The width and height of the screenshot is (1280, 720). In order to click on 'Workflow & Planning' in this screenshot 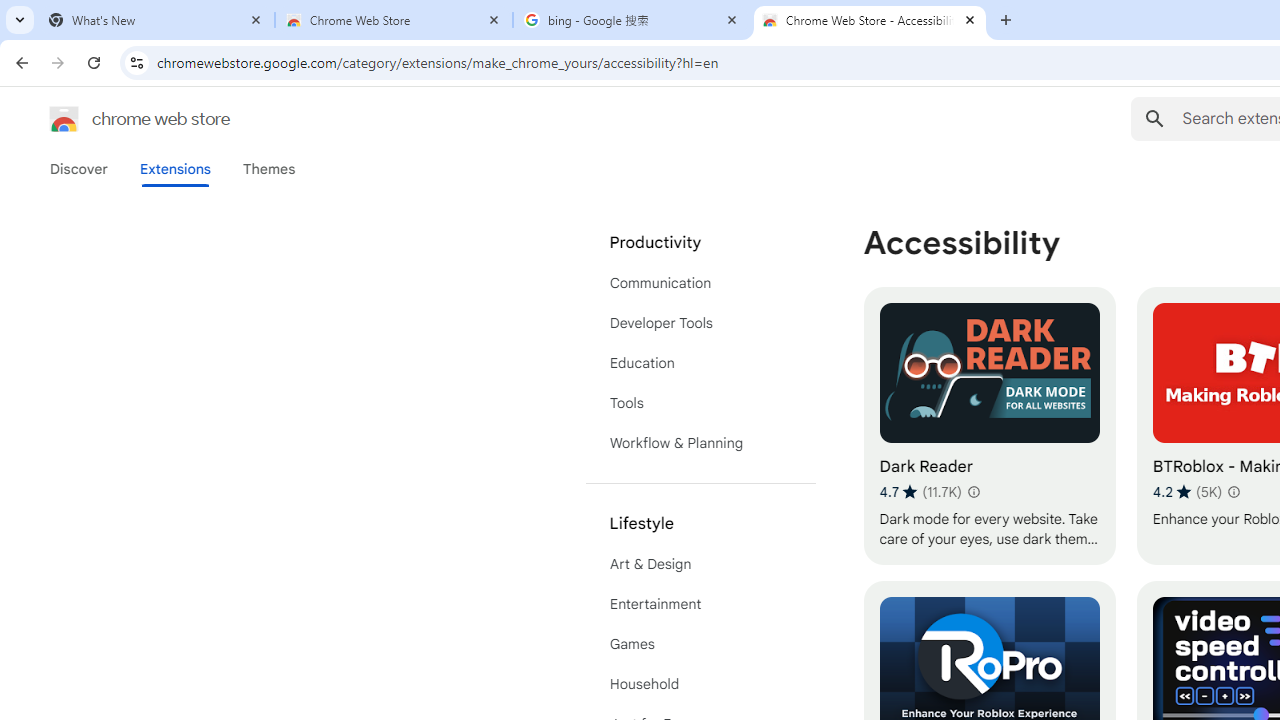, I will do `click(700, 442)`.